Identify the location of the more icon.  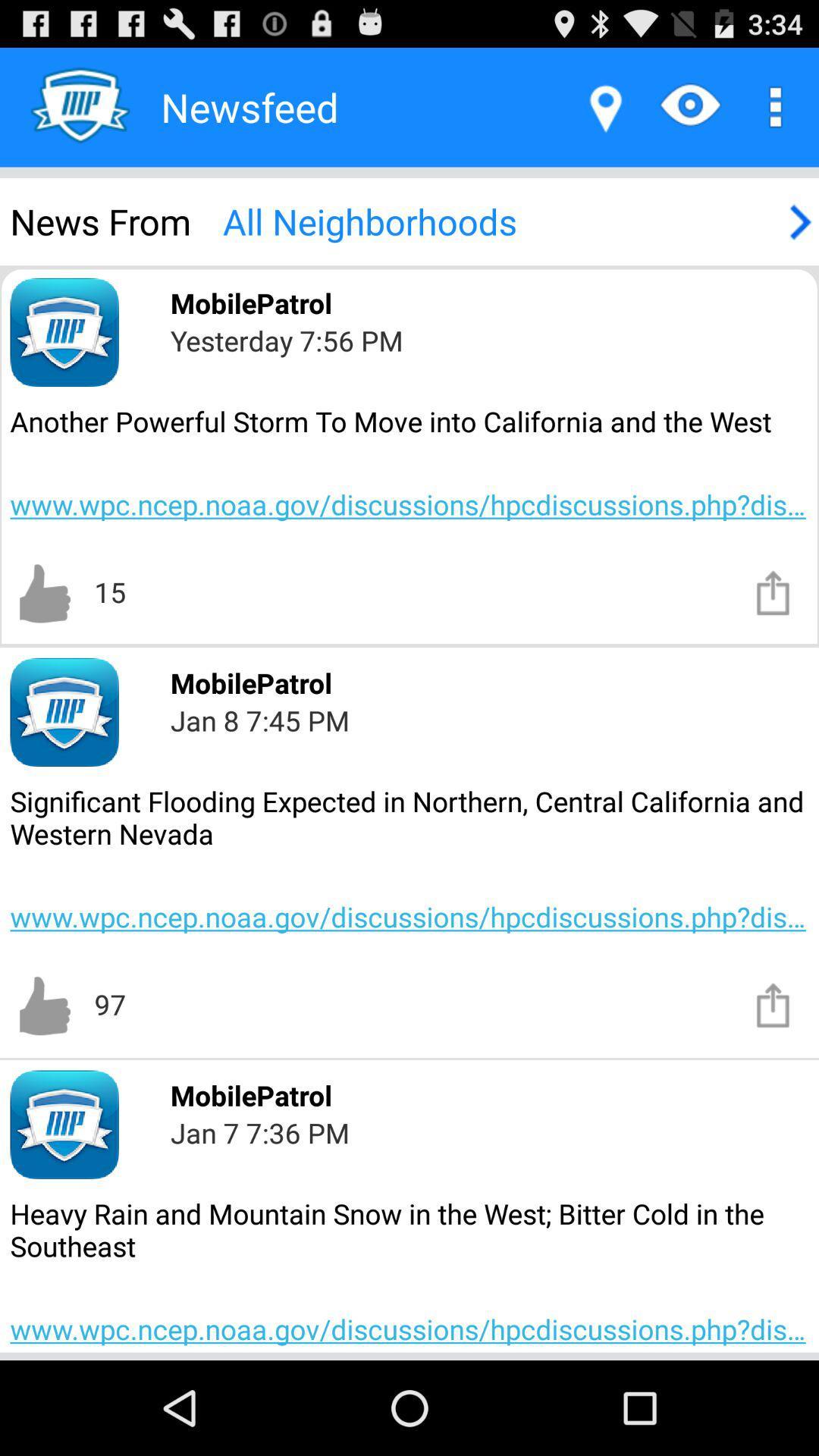
(771, 114).